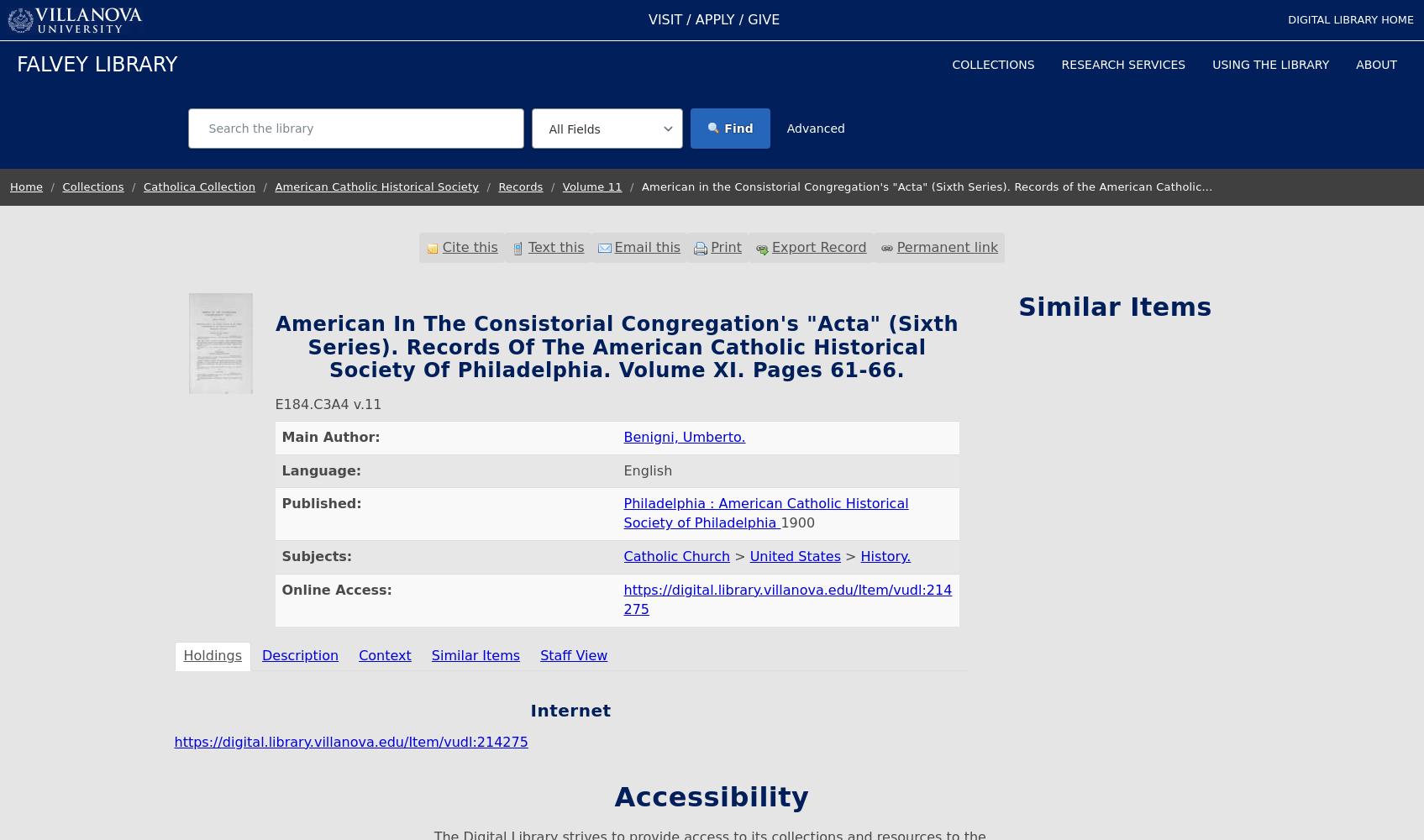 Image resolution: width=1424 pixels, height=840 pixels. What do you see at coordinates (96, 64) in the screenshot?
I see `'Falvey Library'` at bounding box center [96, 64].